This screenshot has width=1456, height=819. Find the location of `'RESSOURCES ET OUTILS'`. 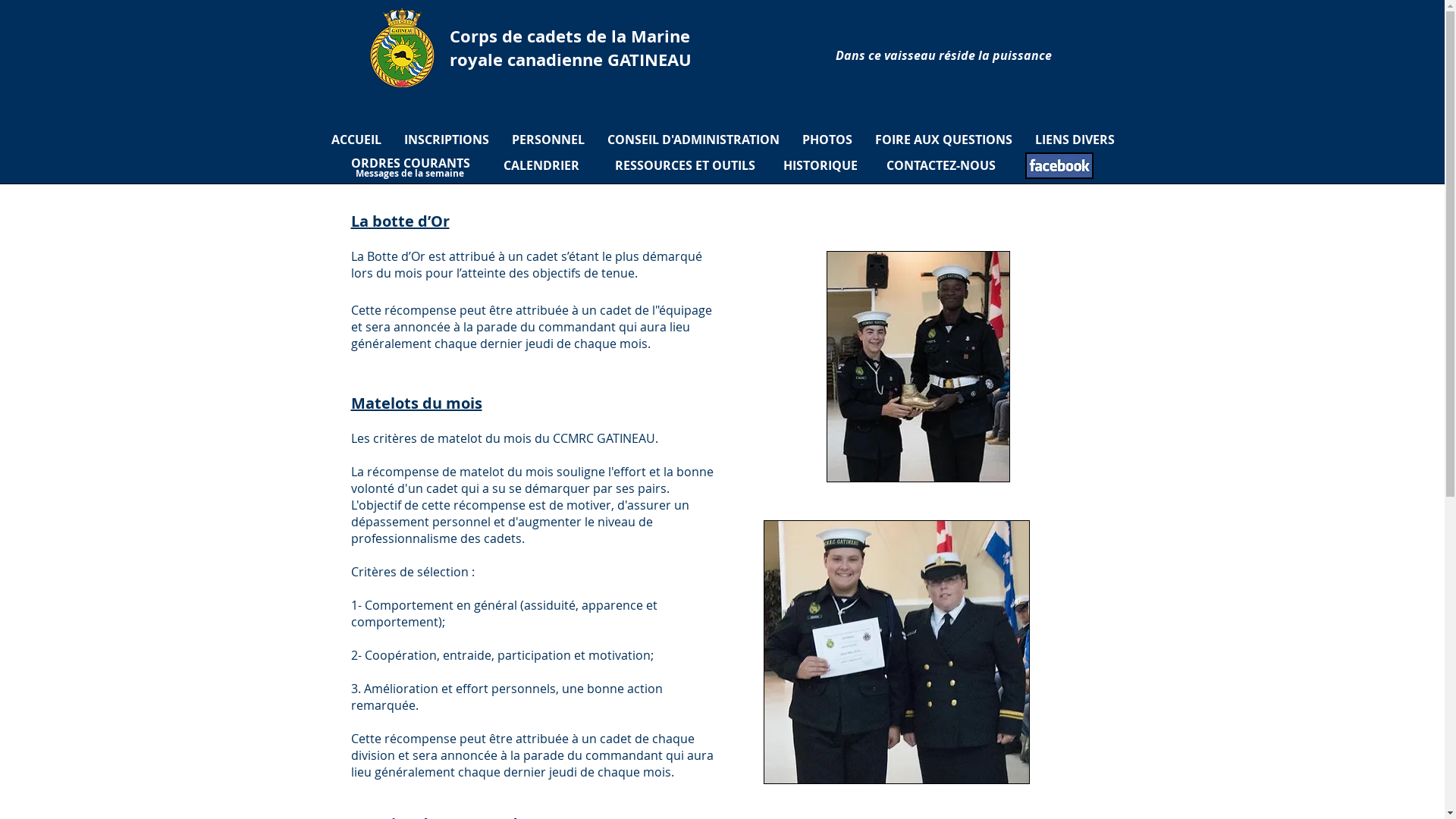

'RESSOURCES ET OUTILS' is located at coordinates (683, 165).